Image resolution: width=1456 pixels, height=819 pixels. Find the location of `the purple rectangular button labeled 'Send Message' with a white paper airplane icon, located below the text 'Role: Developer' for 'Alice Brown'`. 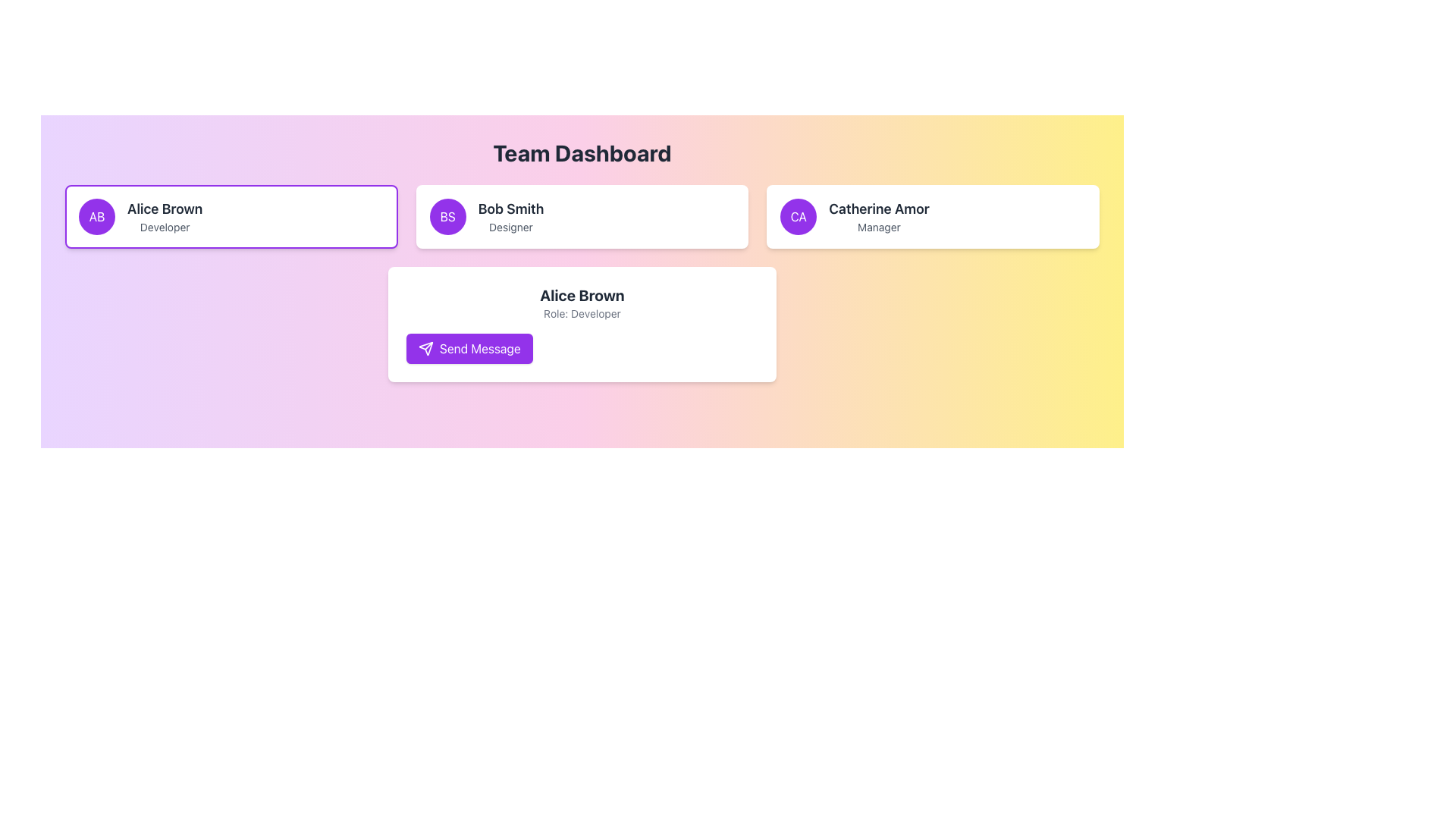

the purple rectangular button labeled 'Send Message' with a white paper airplane icon, located below the text 'Role: Developer' for 'Alice Brown' is located at coordinates (469, 348).